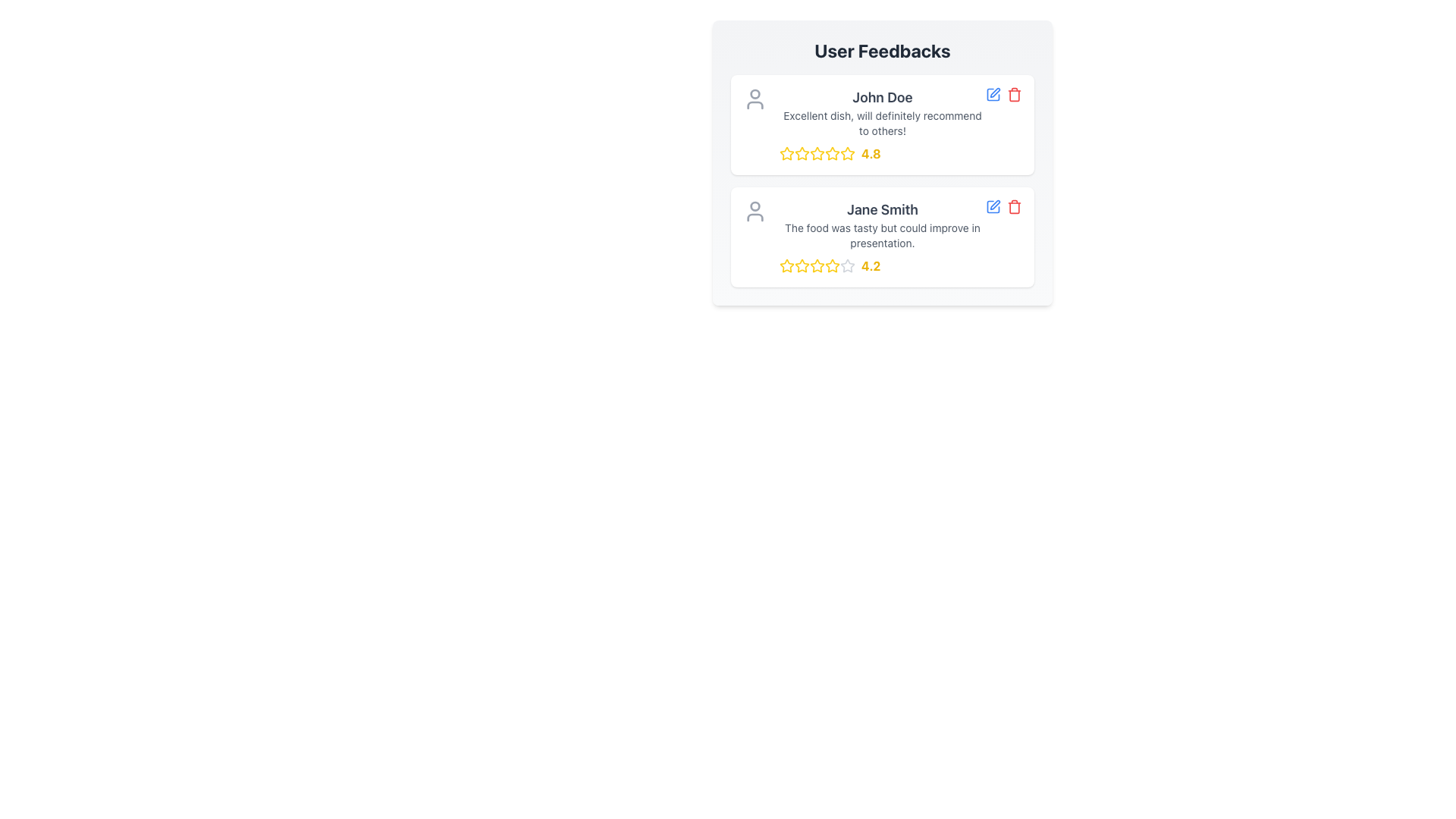  Describe the element at coordinates (817, 153) in the screenshot. I see `the third rating star icon with a yellow outline and white interior, which is part of the rating system next to the text '4.8' in John Doe's user feedback card` at that location.